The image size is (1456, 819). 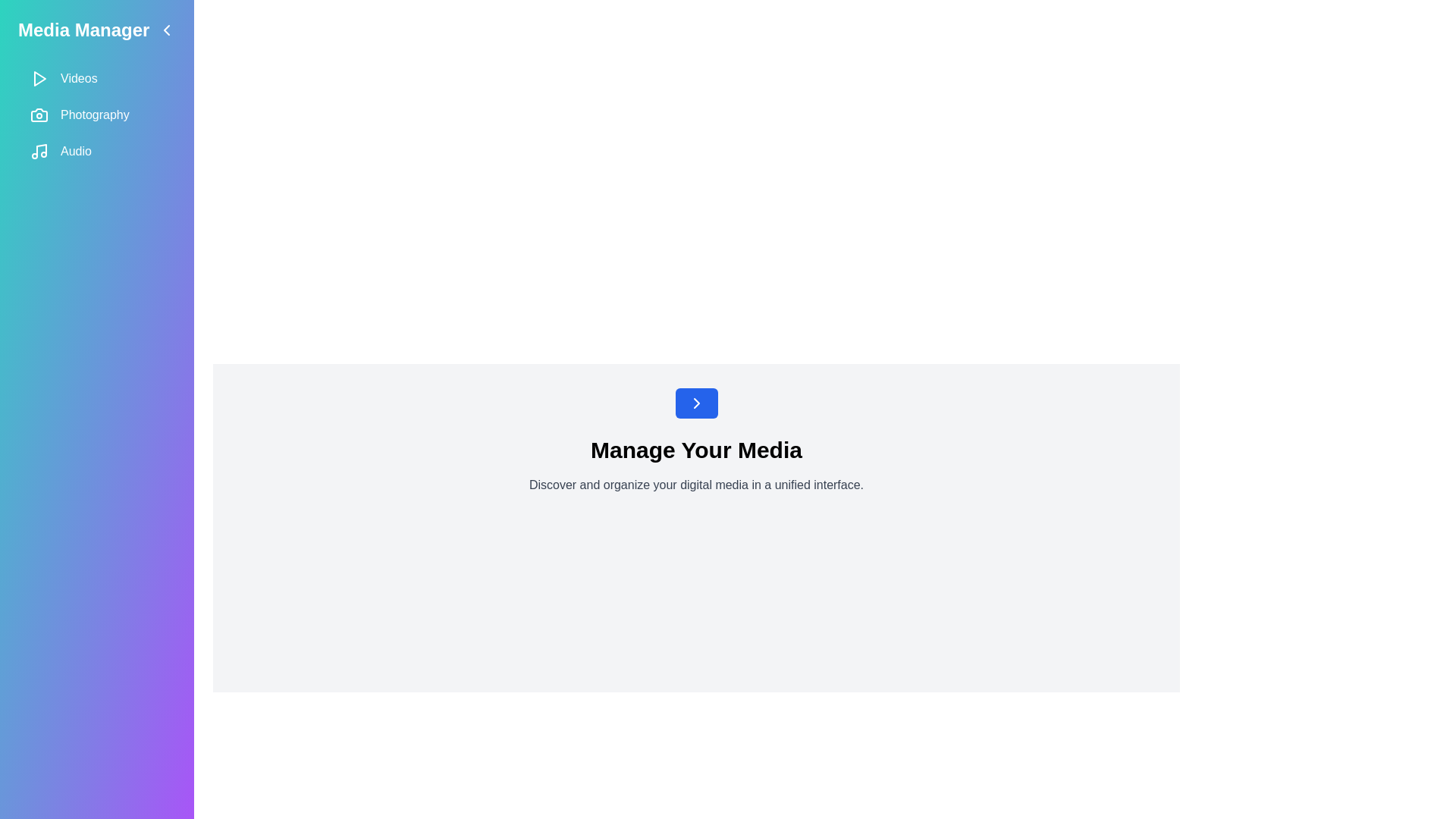 What do you see at coordinates (695, 403) in the screenshot?
I see `main button to toggle the sidebar` at bounding box center [695, 403].